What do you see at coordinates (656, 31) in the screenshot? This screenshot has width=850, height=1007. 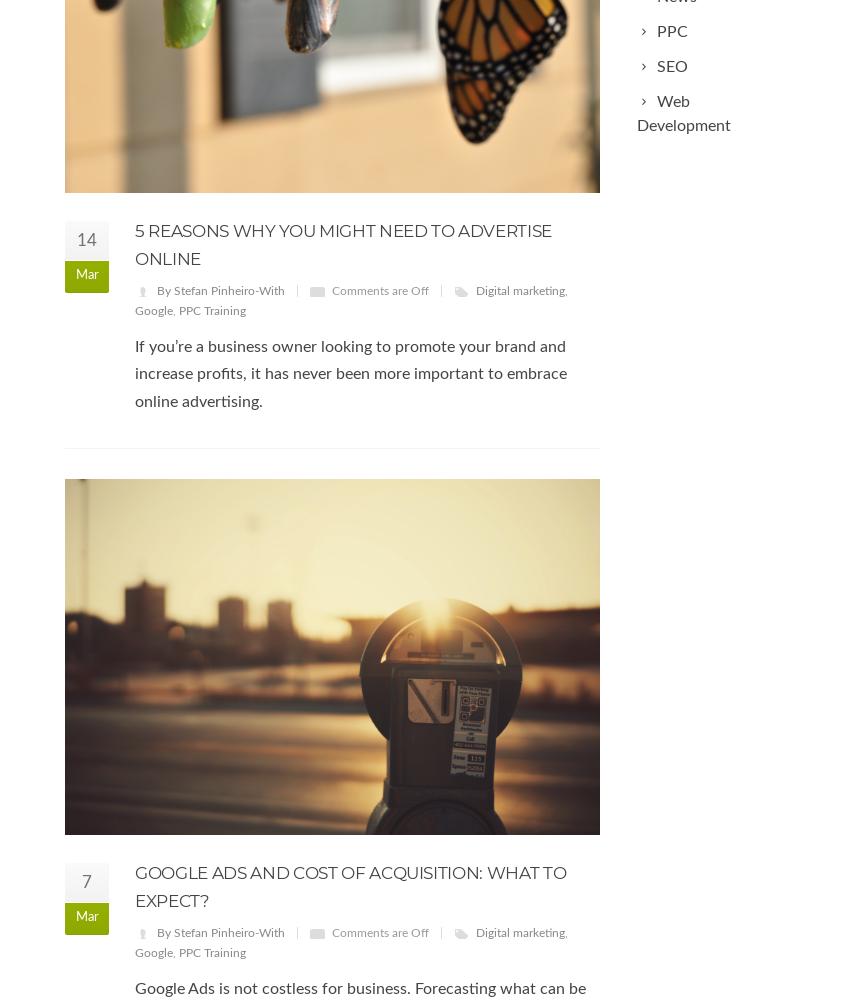 I see `'PPC'` at bounding box center [656, 31].